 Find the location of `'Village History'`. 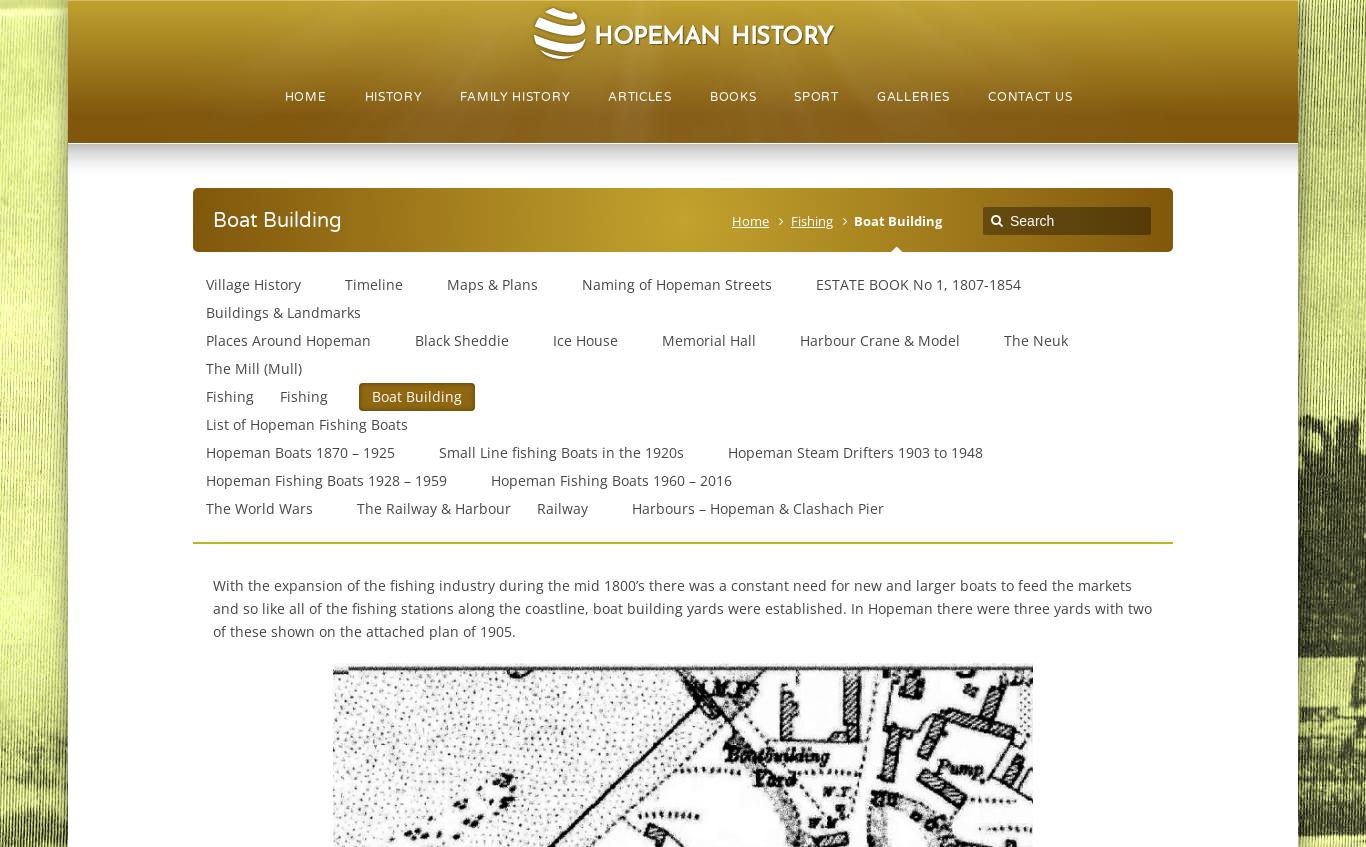

'Village History' is located at coordinates (252, 283).